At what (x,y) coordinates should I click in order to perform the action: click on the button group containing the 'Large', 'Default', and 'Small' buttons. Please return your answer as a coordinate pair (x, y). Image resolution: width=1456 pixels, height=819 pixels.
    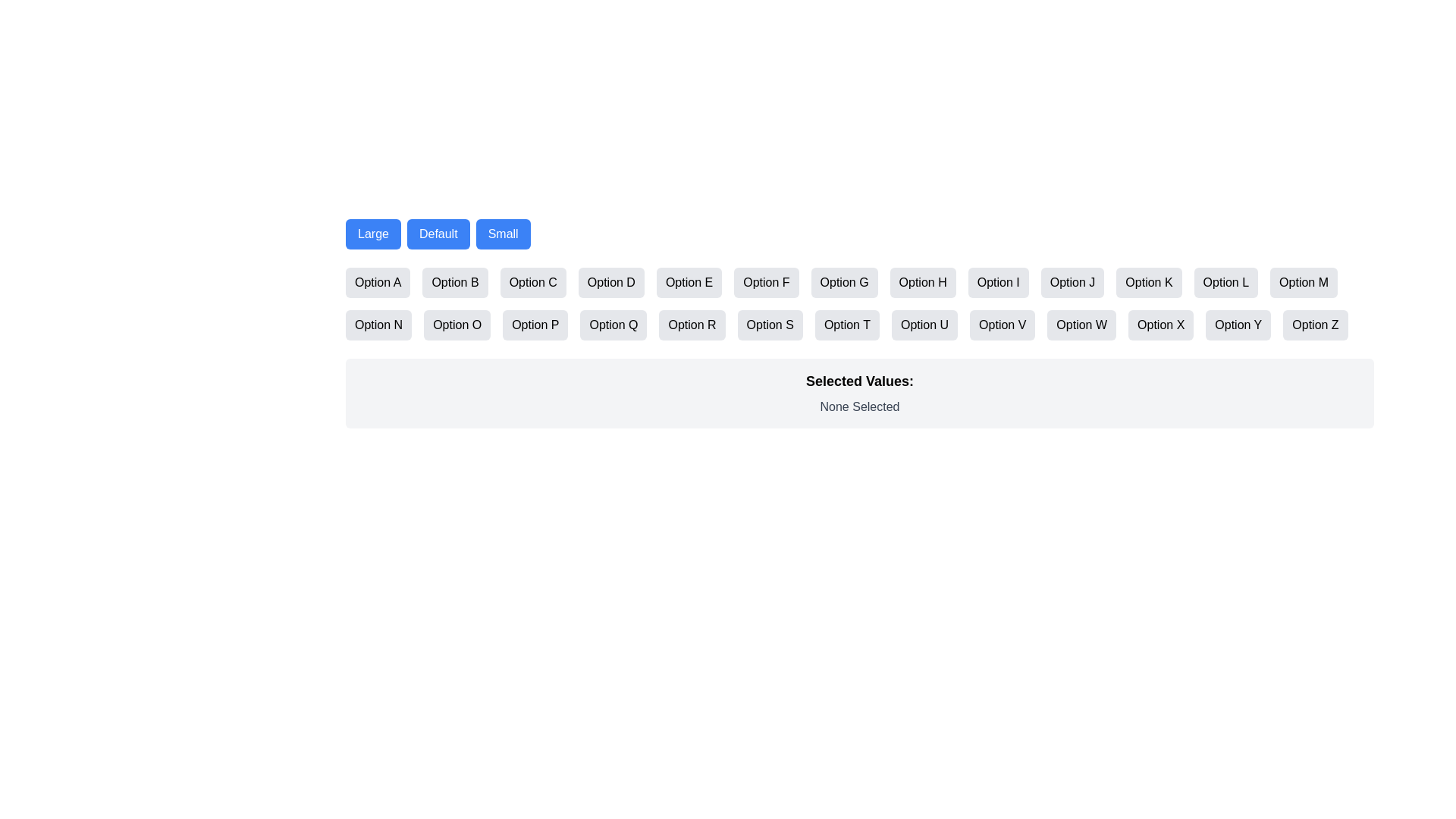
    Looking at the image, I should click on (859, 234).